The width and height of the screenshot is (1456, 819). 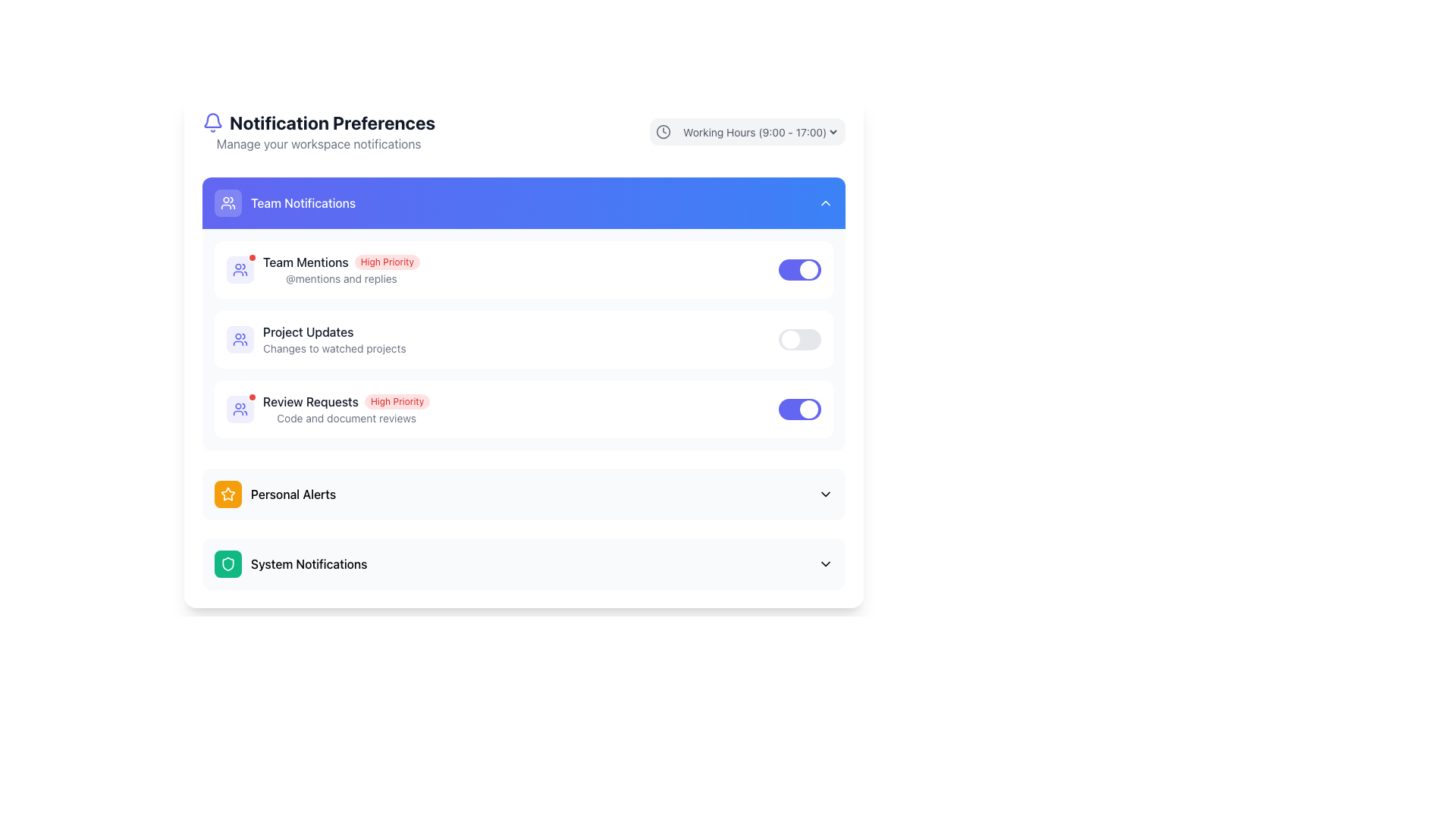 What do you see at coordinates (397, 400) in the screenshot?
I see `text of the high priority status label located in the 'Review Requests' section, adjacent to the 'Review Requests' text in the 'Team Notifications' category` at bounding box center [397, 400].